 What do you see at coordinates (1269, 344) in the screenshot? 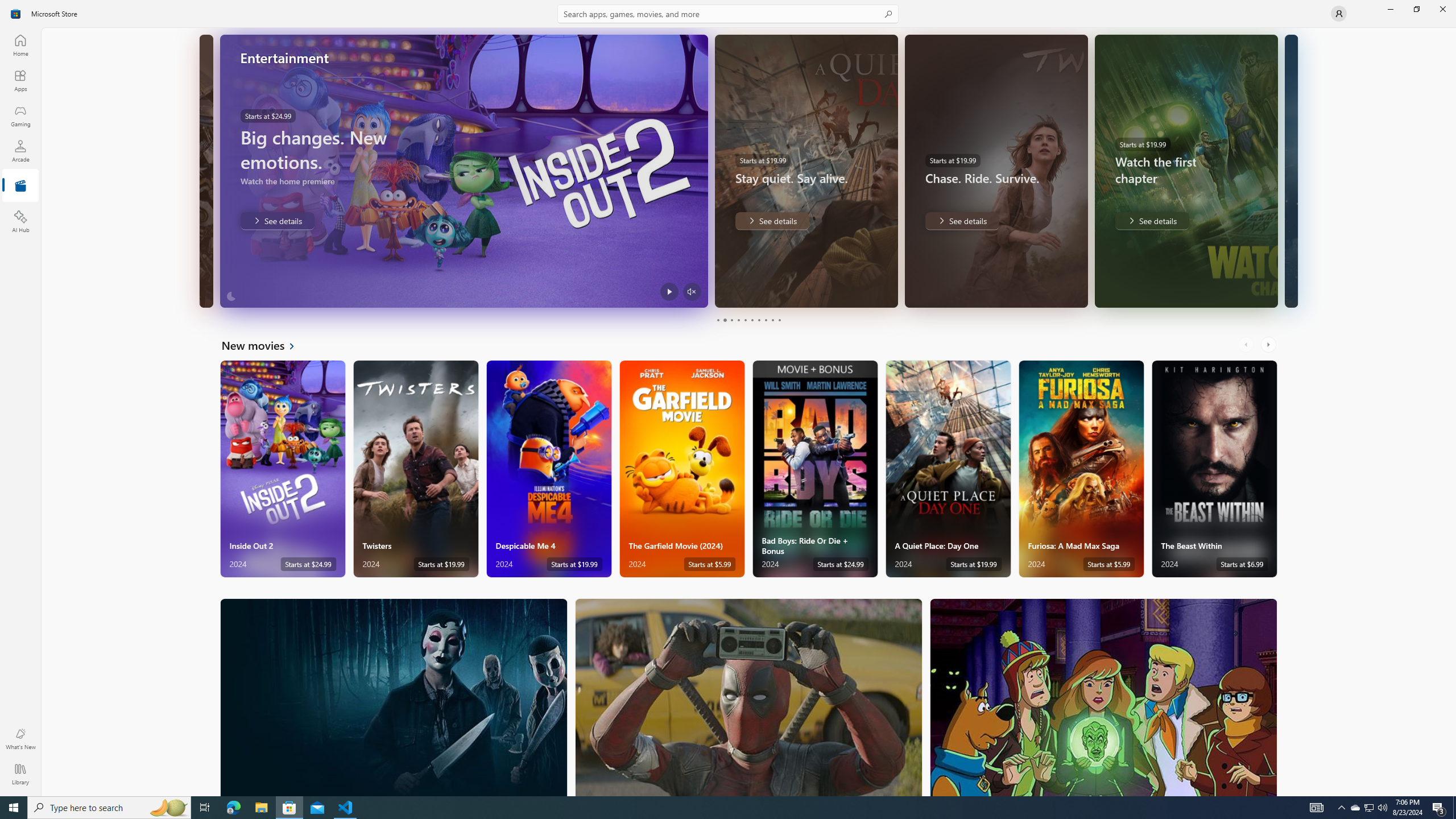
I see `'AutomationID: RightScrollButton'` at bounding box center [1269, 344].